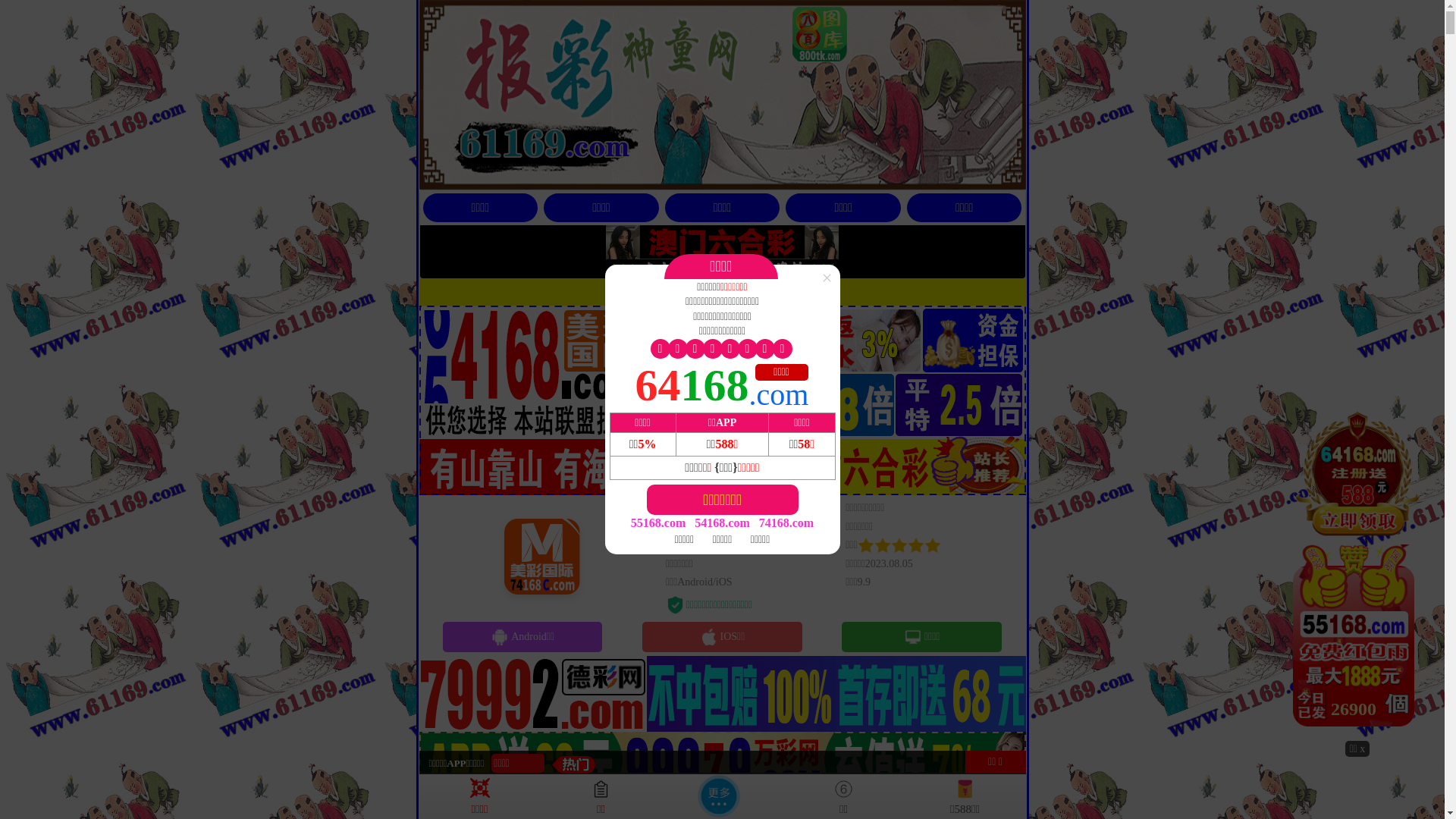  What do you see at coordinates (1357, 573) in the screenshot?
I see `'27102'` at bounding box center [1357, 573].